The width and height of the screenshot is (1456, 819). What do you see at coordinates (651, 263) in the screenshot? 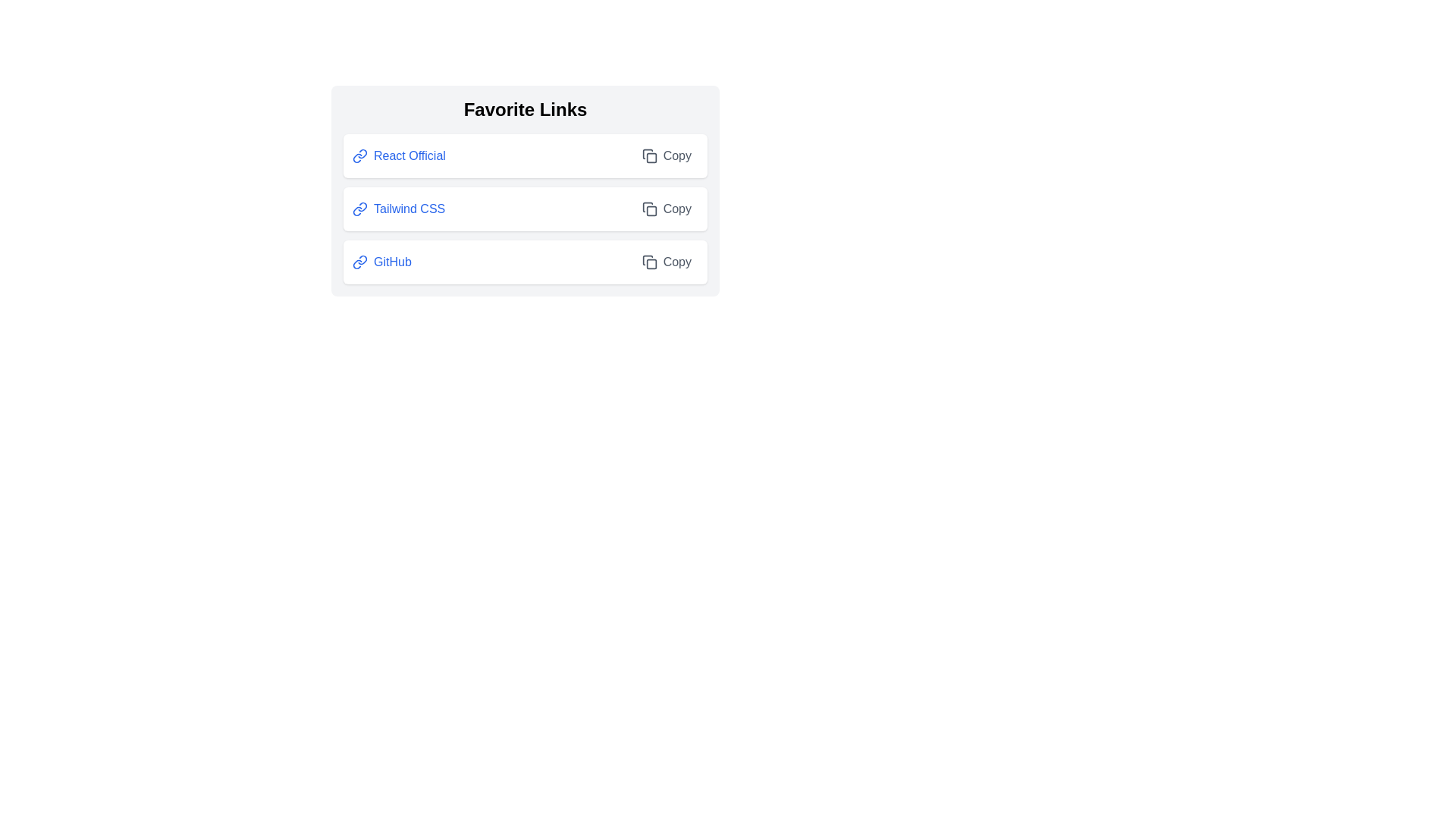
I see `the decorative component of the 'Copy' button located in the third row of the 'Favorite Links' list, which indicates the functionality to copy the associated link` at bounding box center [651, 263].